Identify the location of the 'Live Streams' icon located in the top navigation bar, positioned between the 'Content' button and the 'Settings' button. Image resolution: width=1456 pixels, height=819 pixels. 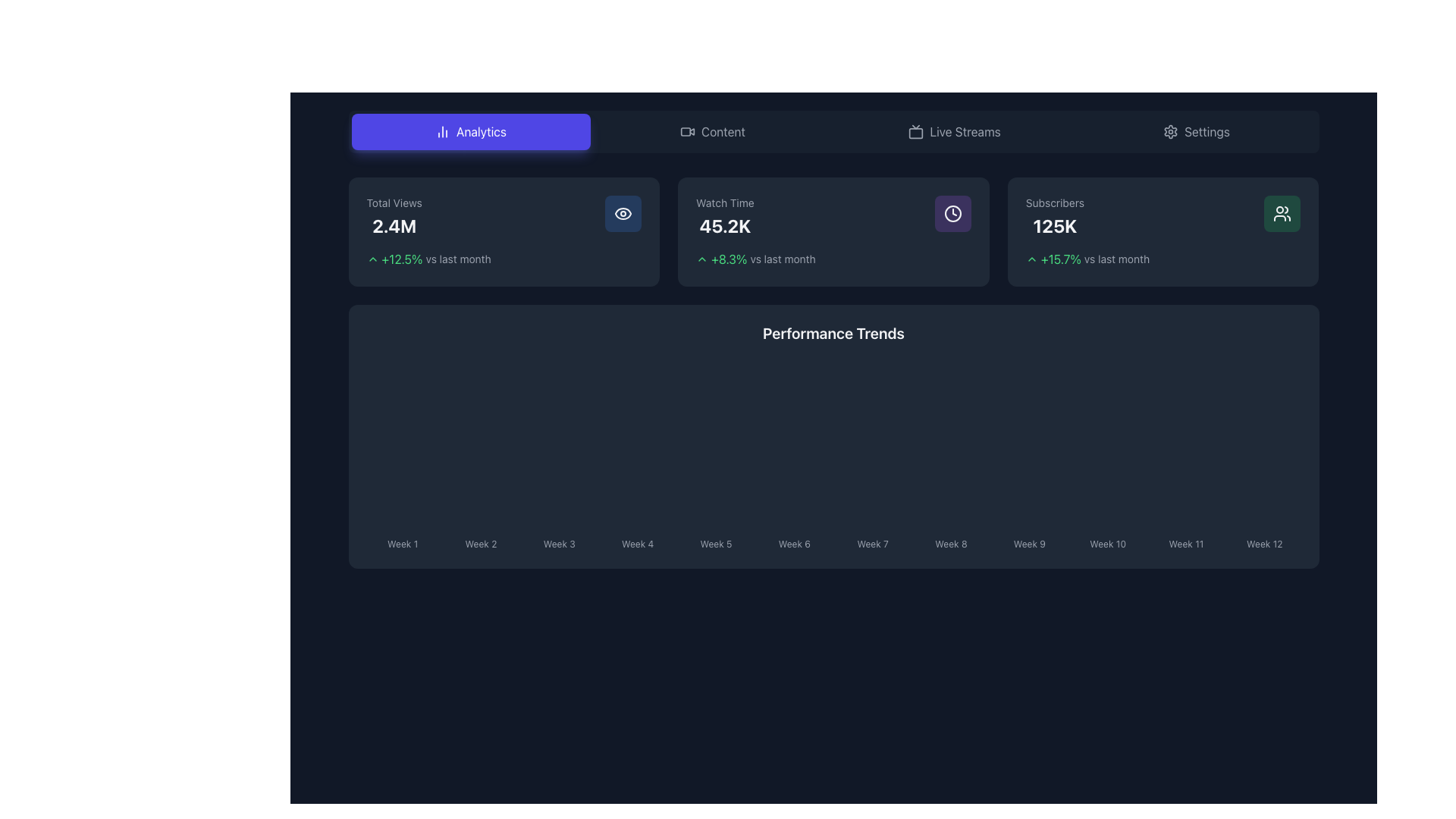
(915, 130).